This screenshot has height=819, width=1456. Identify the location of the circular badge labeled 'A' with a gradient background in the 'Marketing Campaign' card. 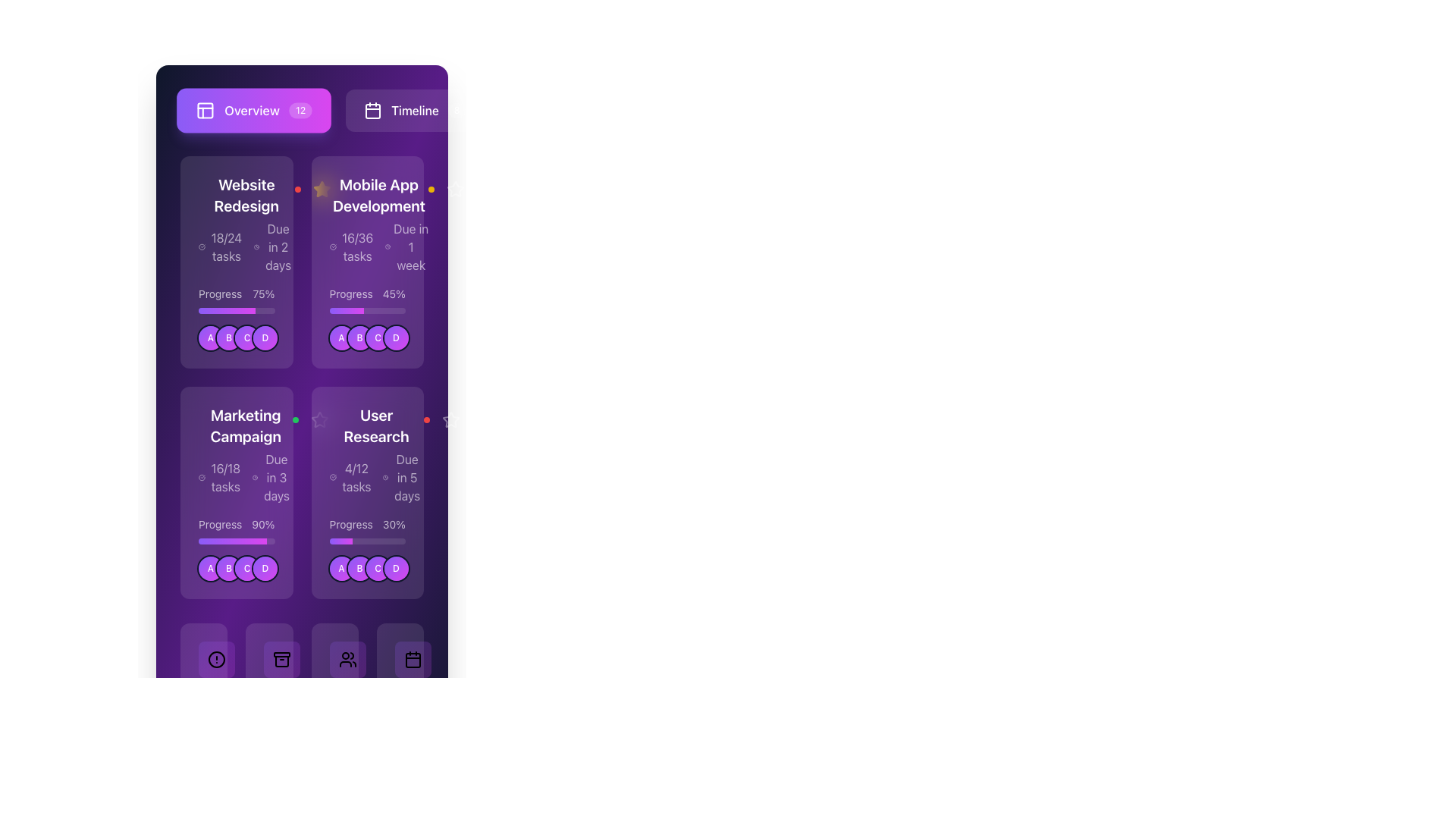
(210, 568).